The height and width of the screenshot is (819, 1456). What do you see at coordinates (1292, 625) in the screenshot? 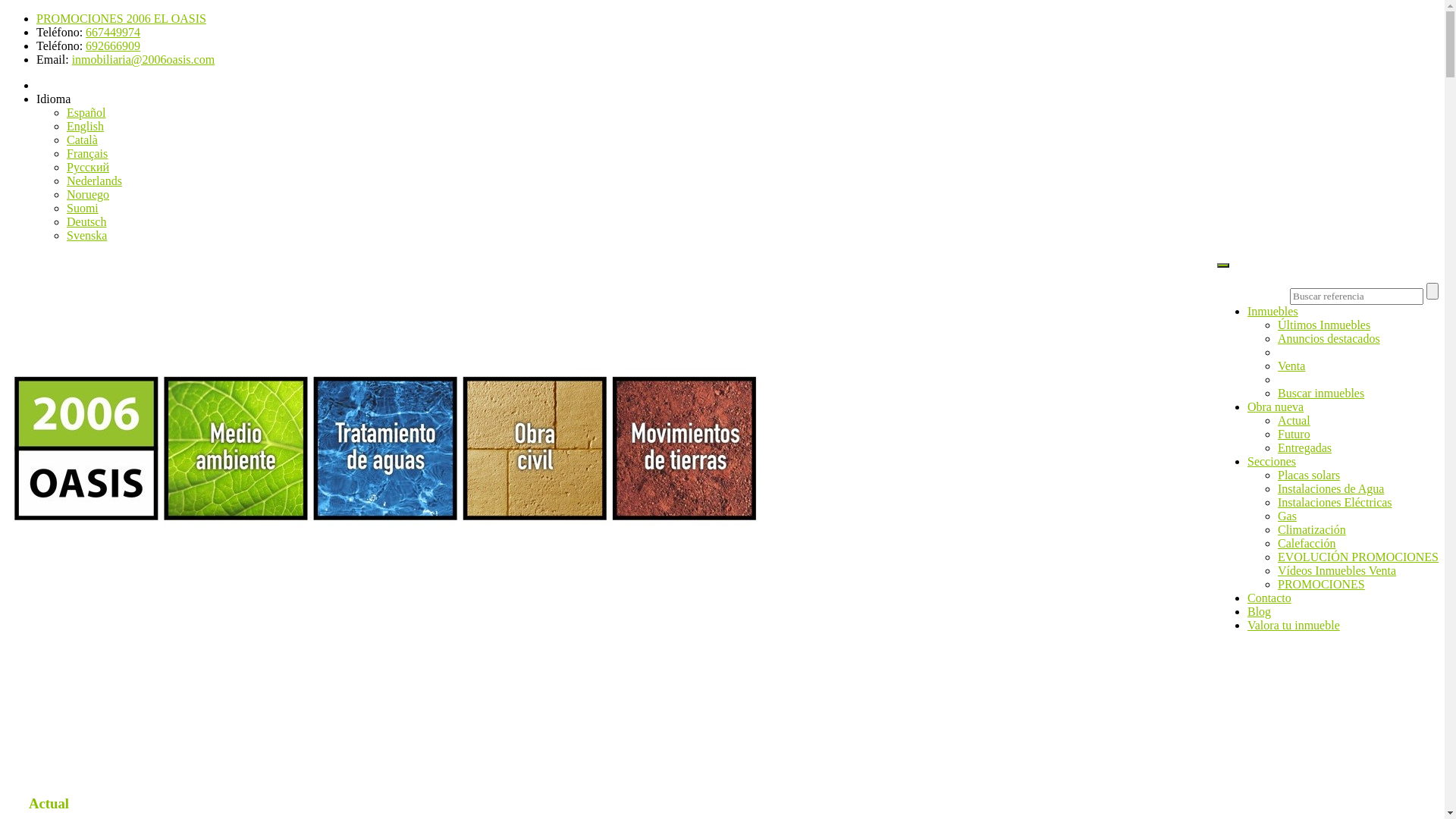
I see `'Valora tu inmueble'` at bounding box center [1292, 625].